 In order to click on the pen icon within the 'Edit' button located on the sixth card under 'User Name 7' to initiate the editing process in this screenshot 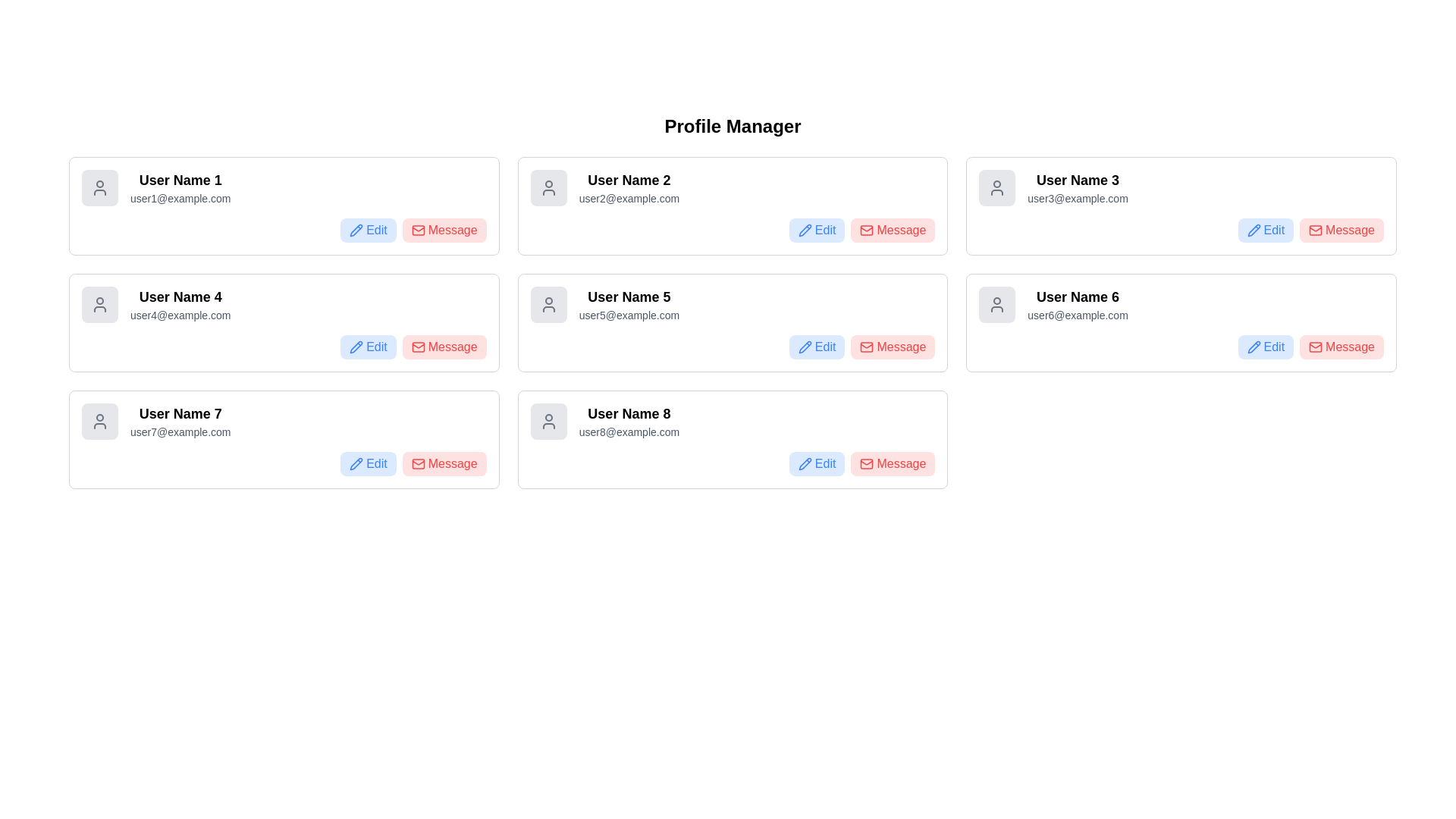, I will do `click(356, 463)`.